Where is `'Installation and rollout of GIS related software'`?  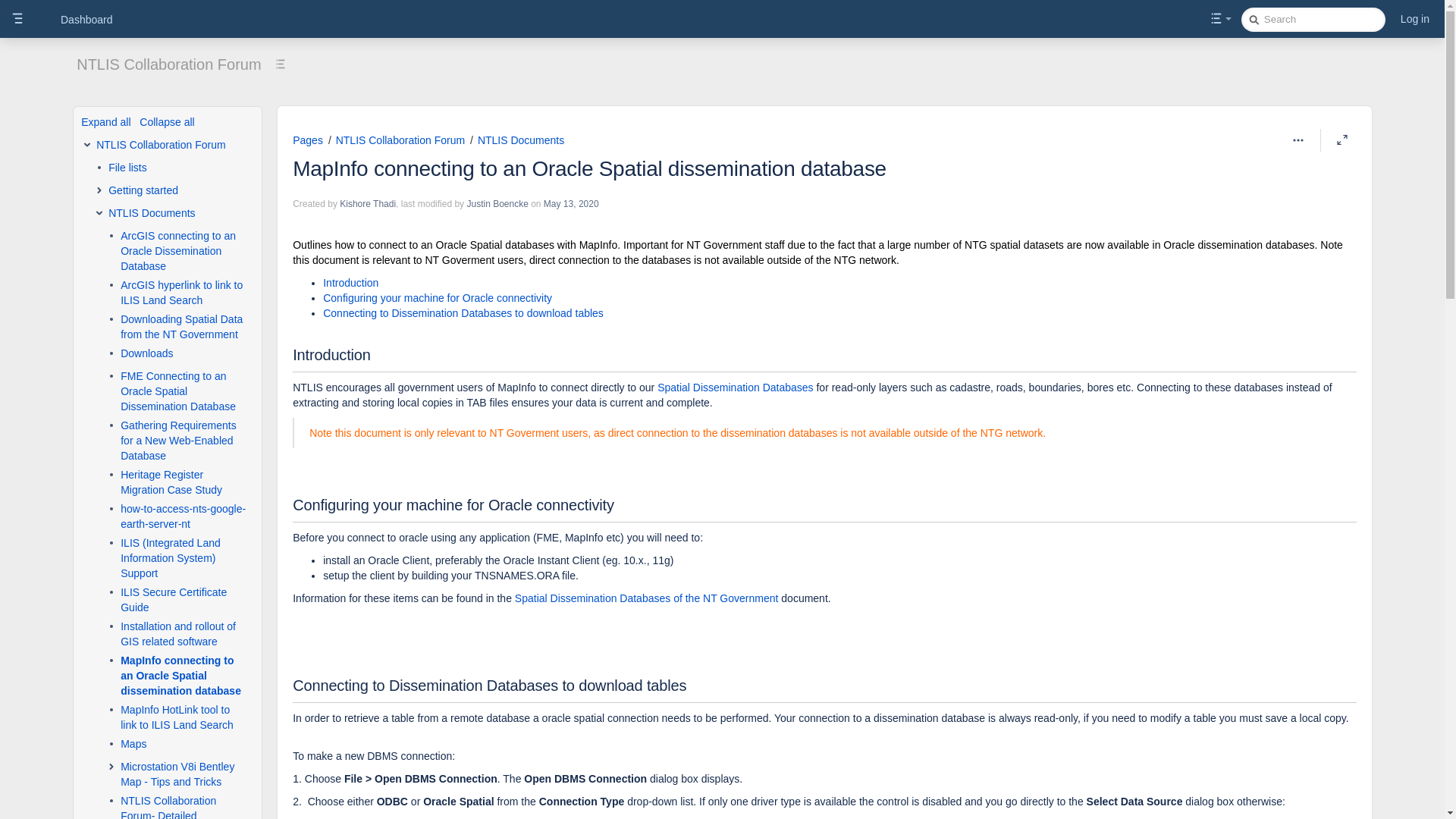 'Installation and rollout of GIS related software' is located at coordinates (183, 634).